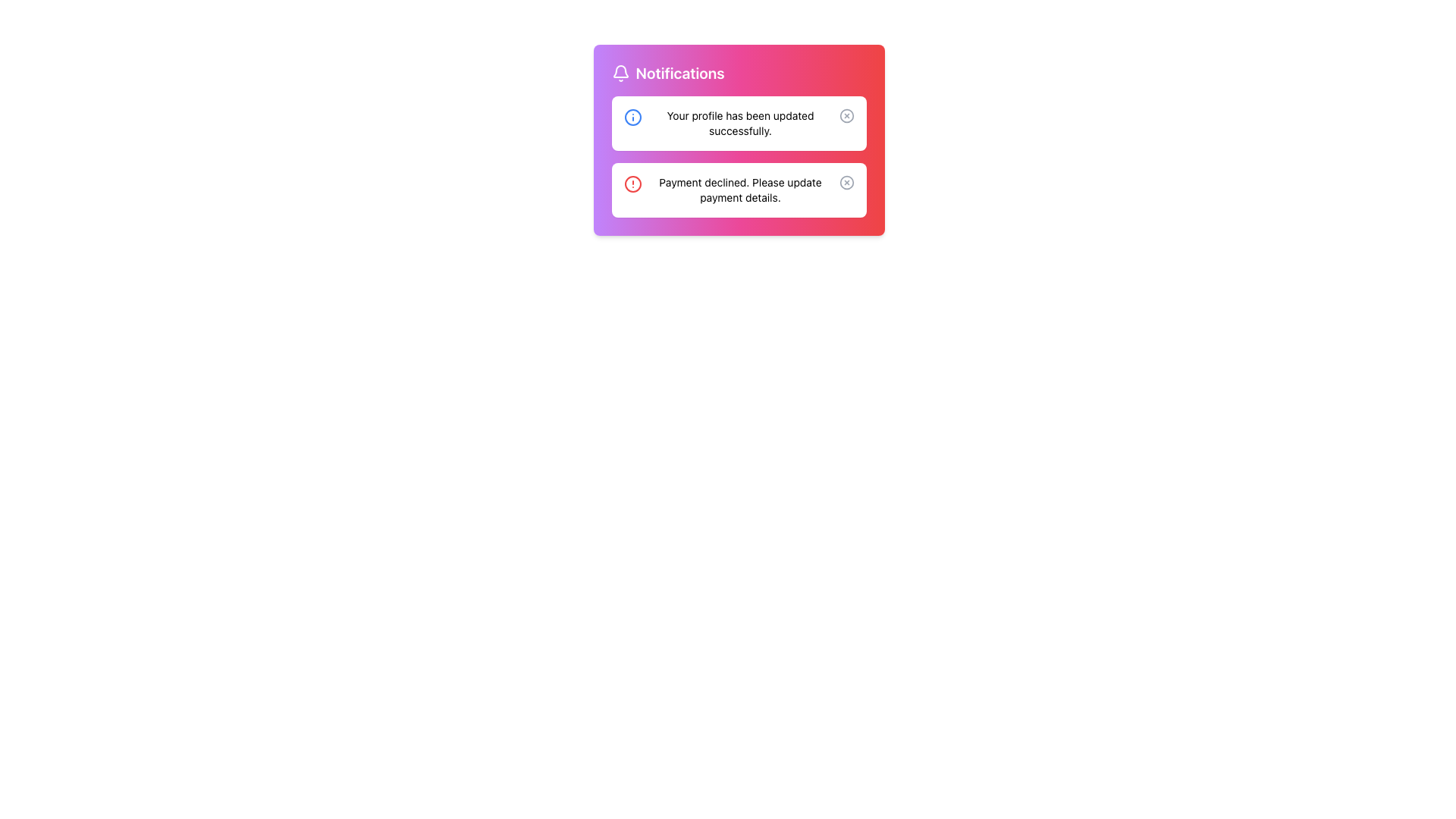  I want to click on the bell icon representing the Notifications section, which is located within a pink rectangle at the top center of the interface, so click(620, 73).